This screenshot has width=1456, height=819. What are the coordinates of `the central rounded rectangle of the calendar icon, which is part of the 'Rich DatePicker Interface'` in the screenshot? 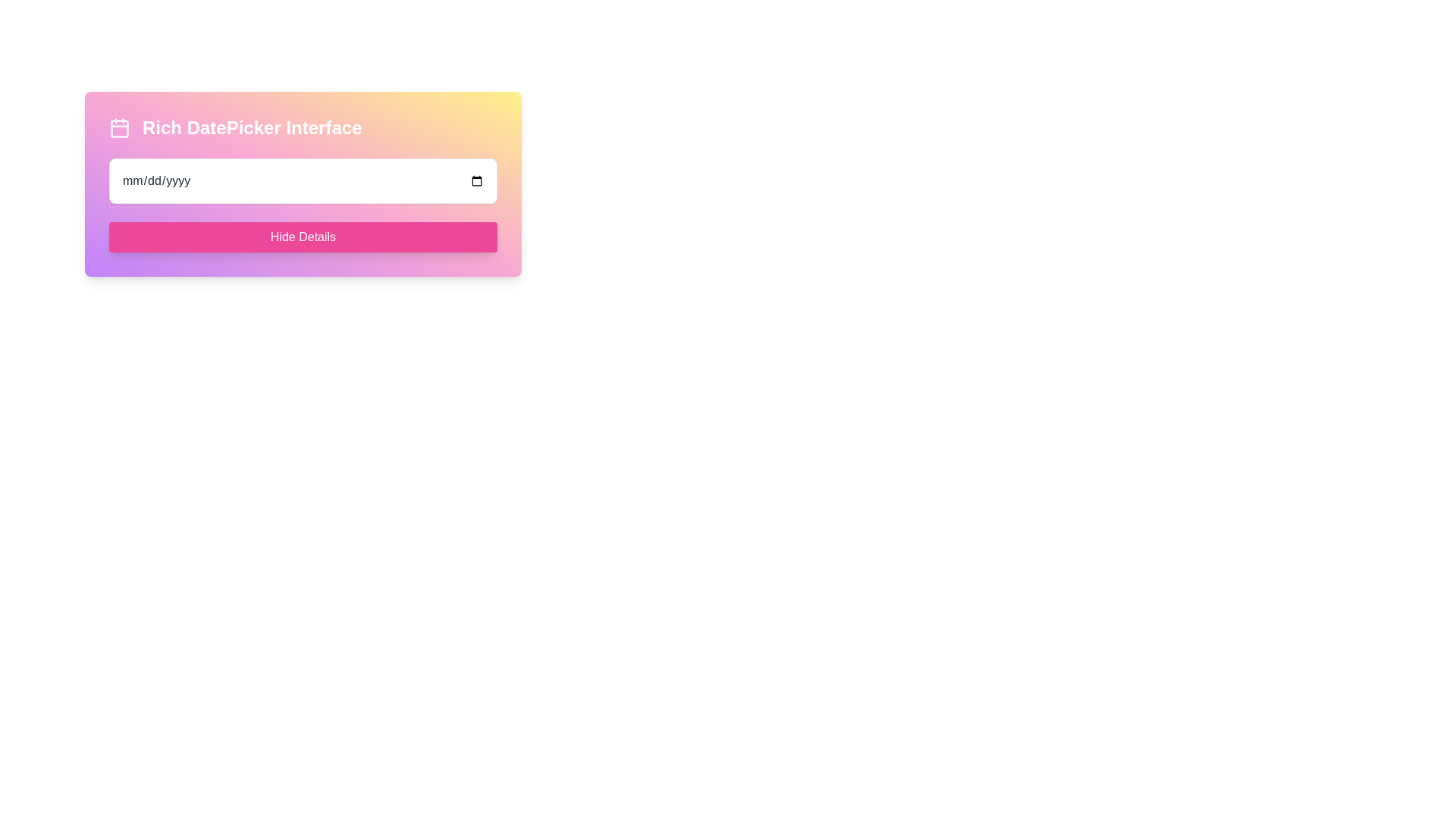 It's located at (119, 127).